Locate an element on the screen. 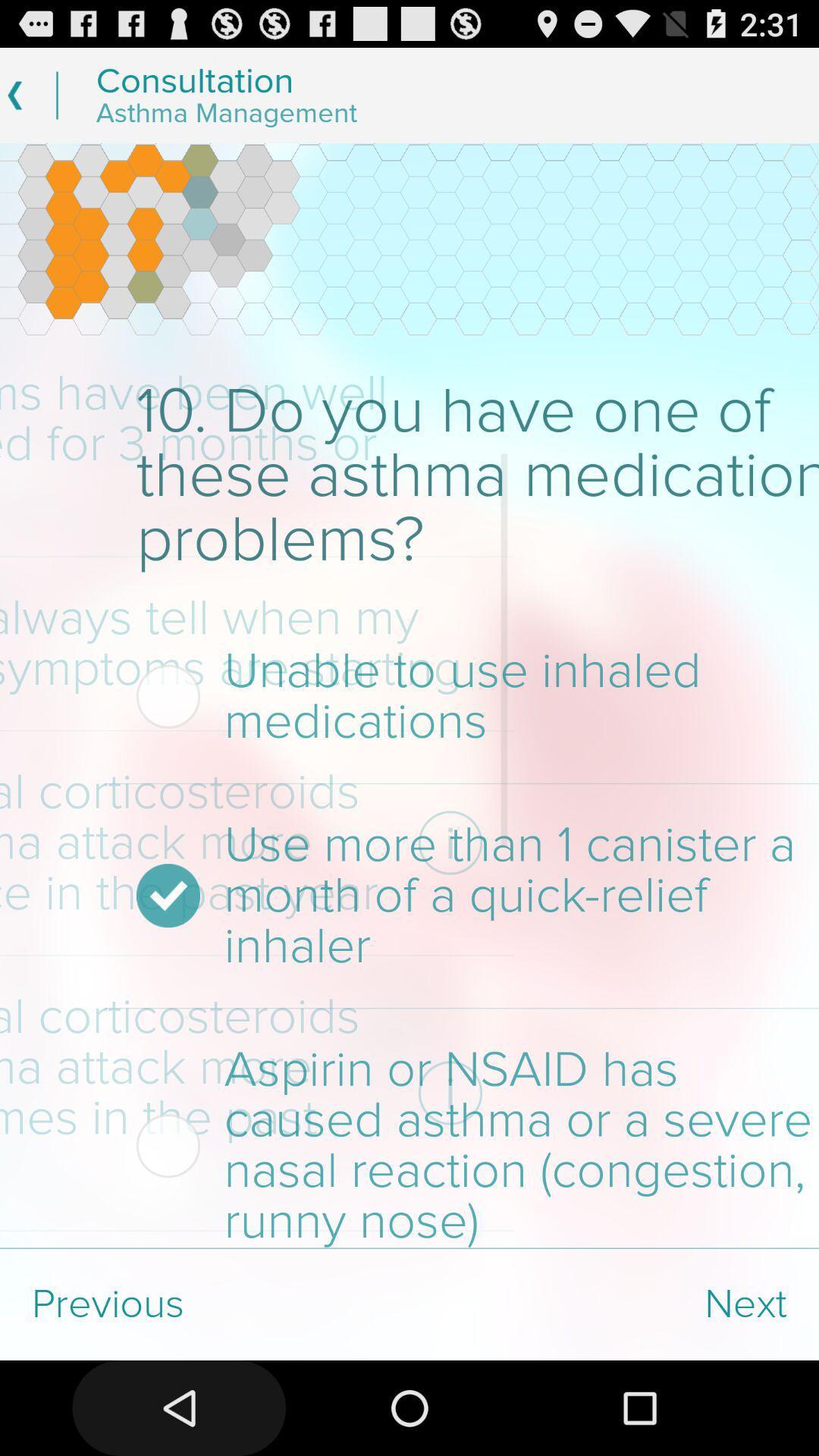 The width and height of the screenshot is (819, 1456). the item next to the next app is located at coordinates (205, 1304).